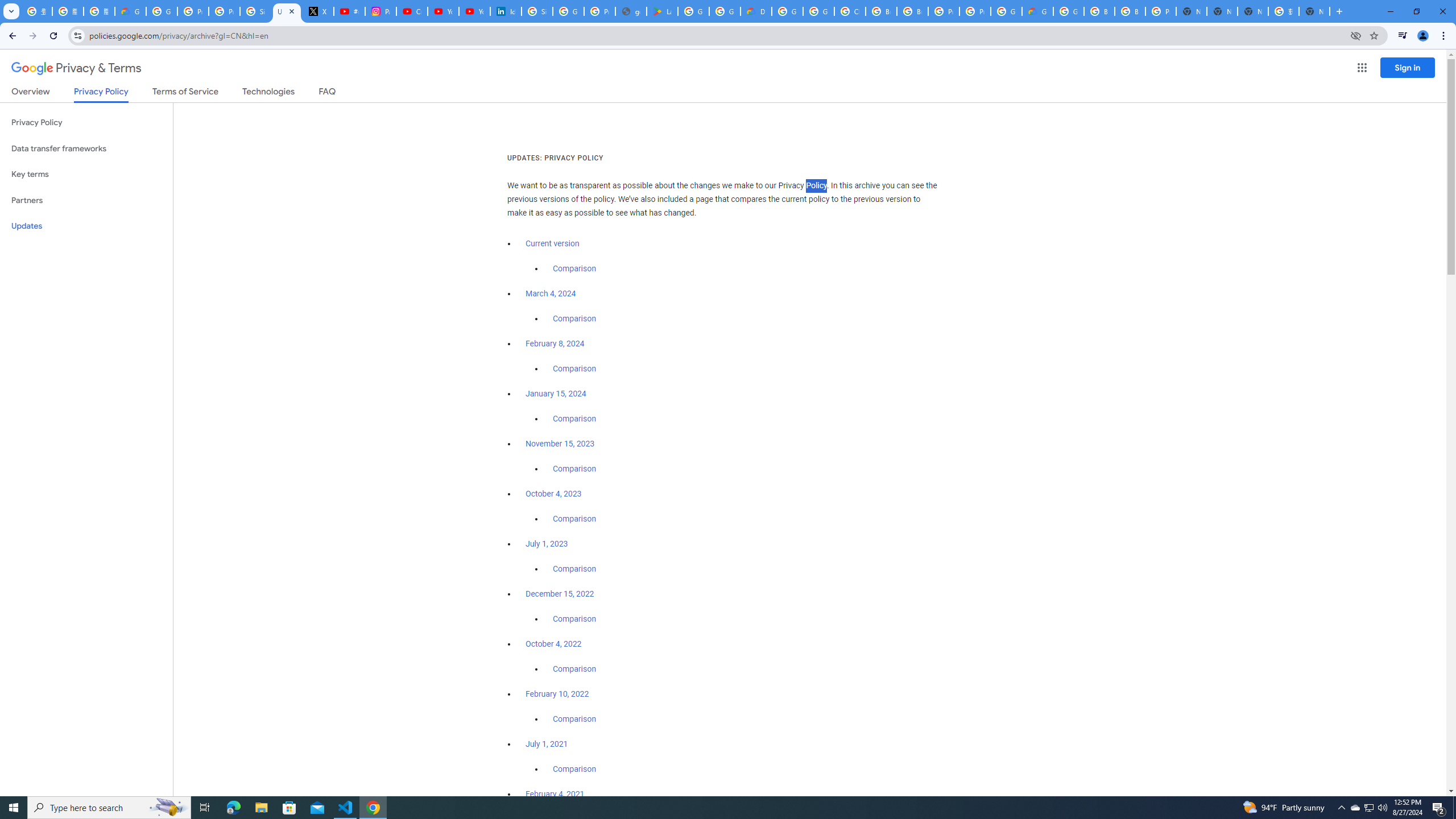 This screenshot has width=1456, height=819. Describe the element at coordinates (661, 11) in the screenshot. I see `'Last Shelter: Survival - Apps on Google Play'` at that location.